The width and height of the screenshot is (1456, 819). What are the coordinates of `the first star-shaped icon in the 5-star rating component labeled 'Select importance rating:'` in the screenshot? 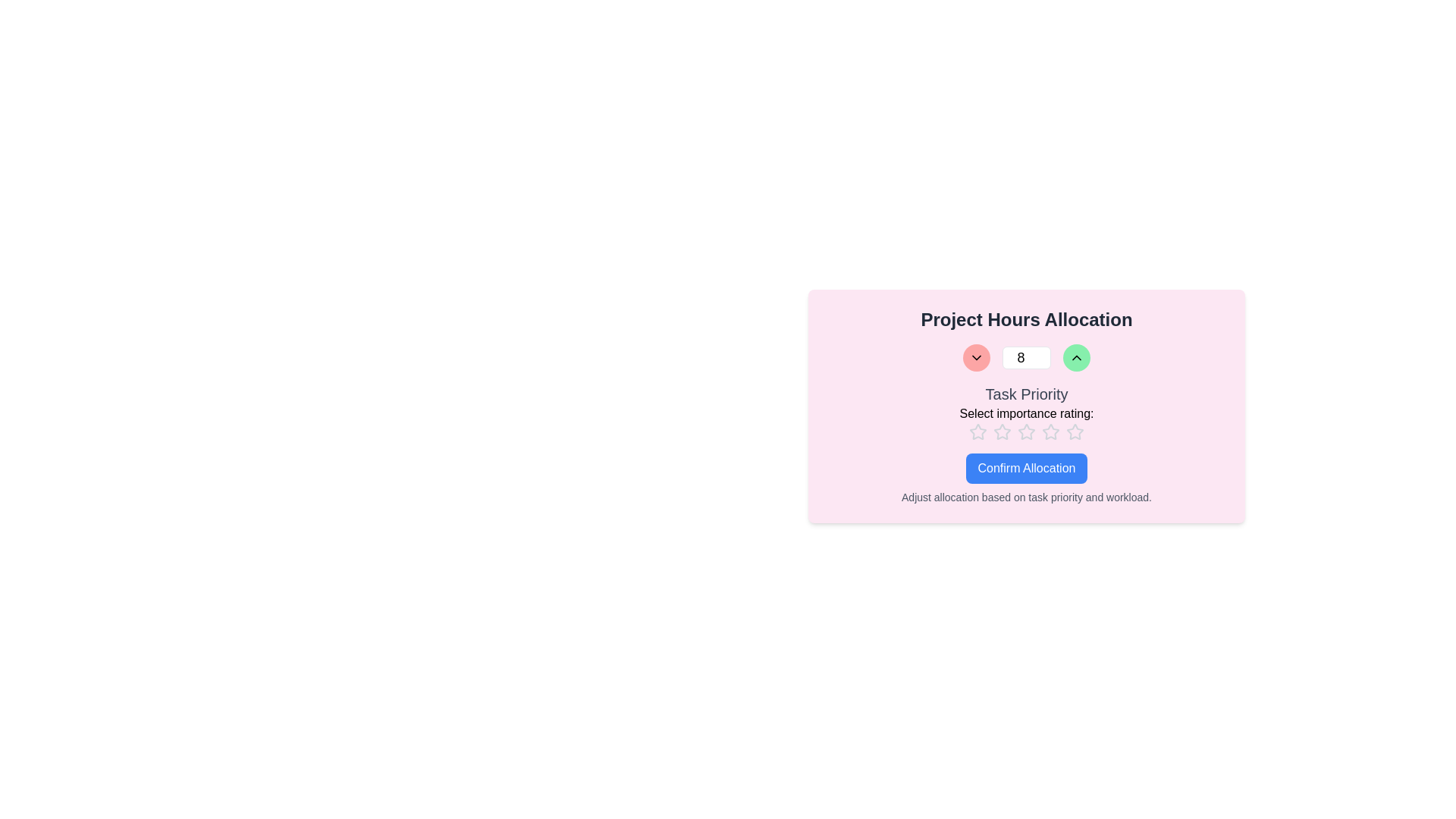 It's located at (978, 431).